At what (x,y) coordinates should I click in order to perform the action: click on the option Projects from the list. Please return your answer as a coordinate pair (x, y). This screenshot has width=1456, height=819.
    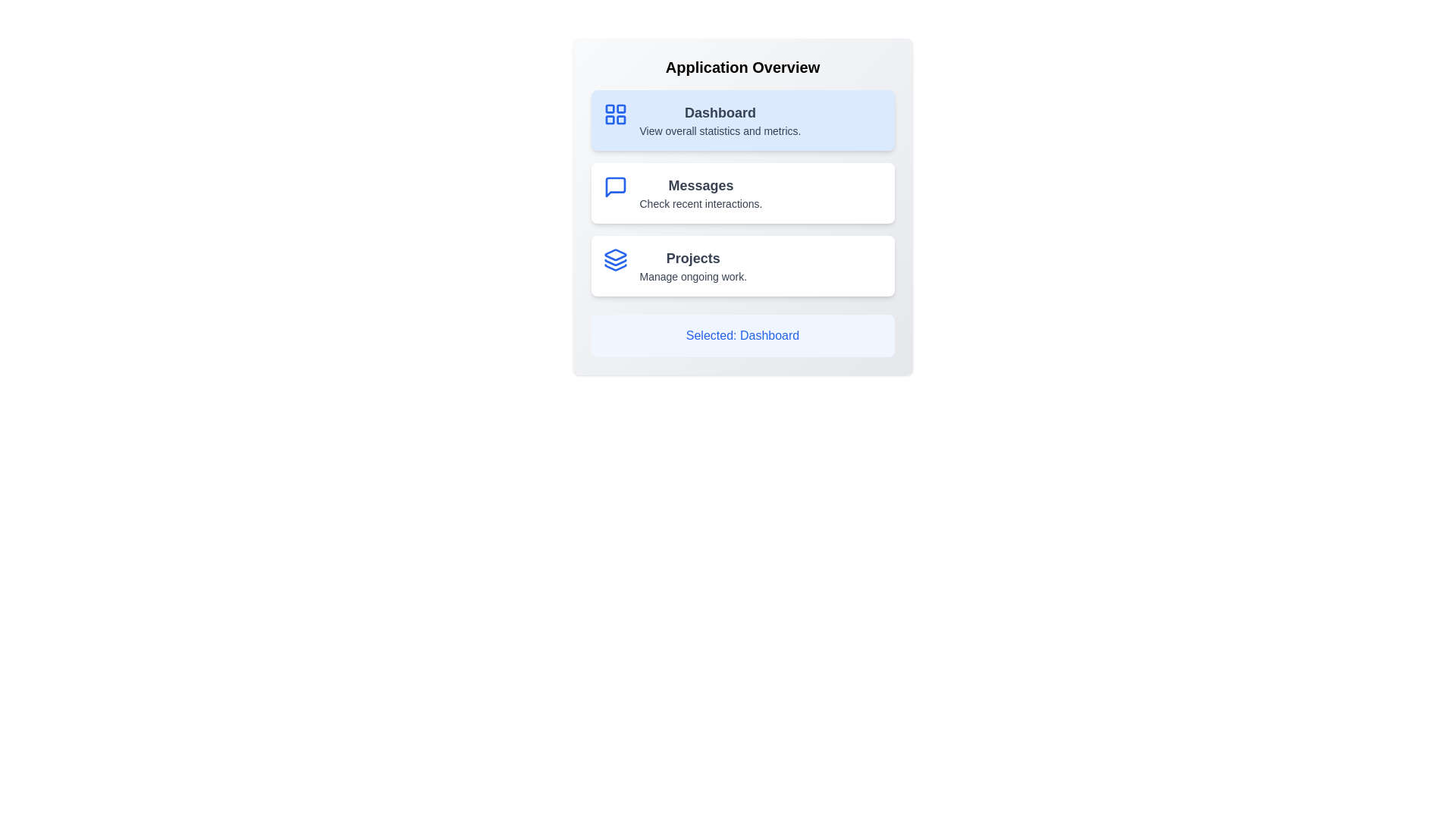
    Looking at the image, I should click on (742, 265).